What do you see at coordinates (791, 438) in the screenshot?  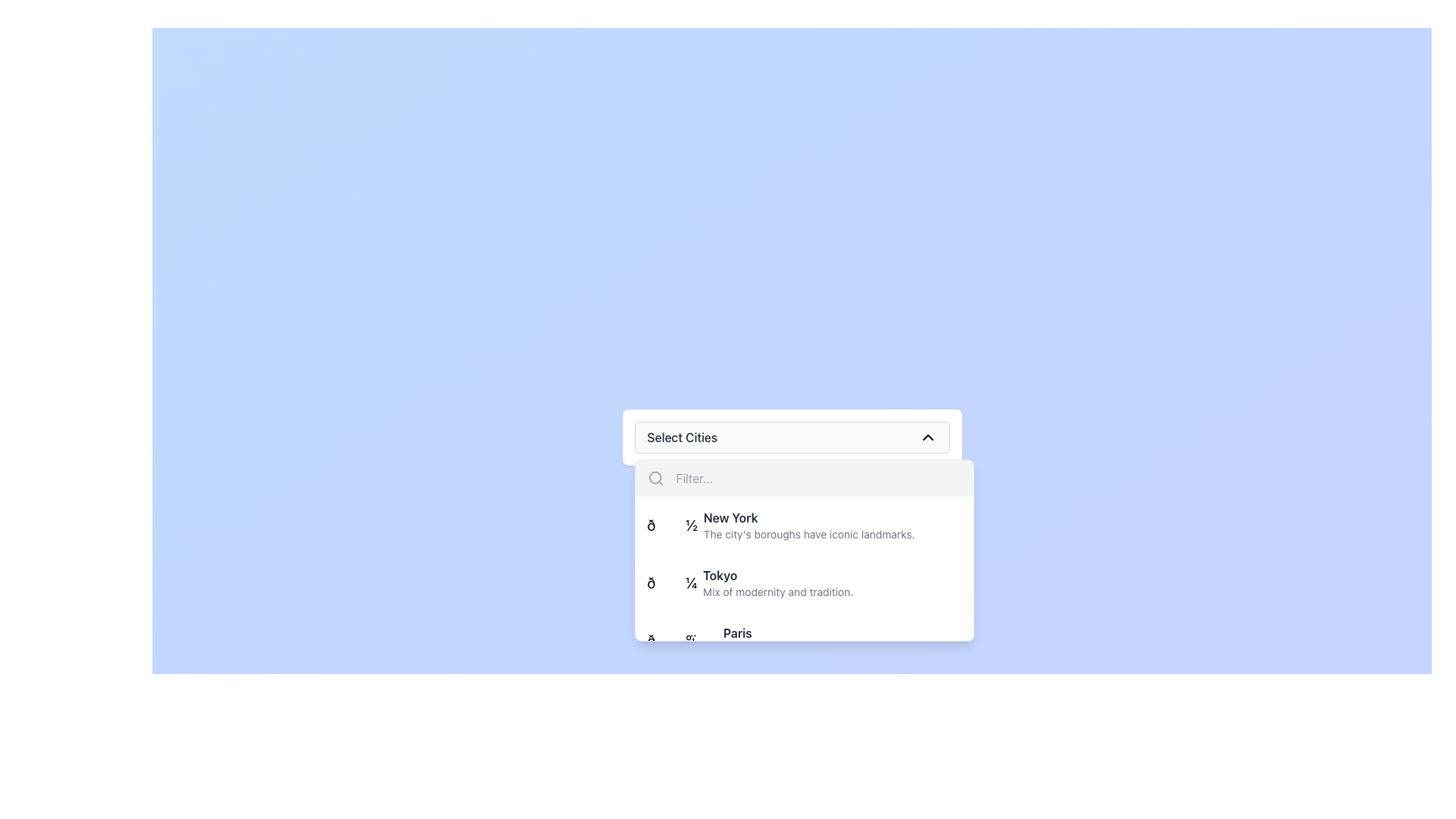 I see `the 'Select Cities' dropdown trigger button` at bounding box center [791, 438].